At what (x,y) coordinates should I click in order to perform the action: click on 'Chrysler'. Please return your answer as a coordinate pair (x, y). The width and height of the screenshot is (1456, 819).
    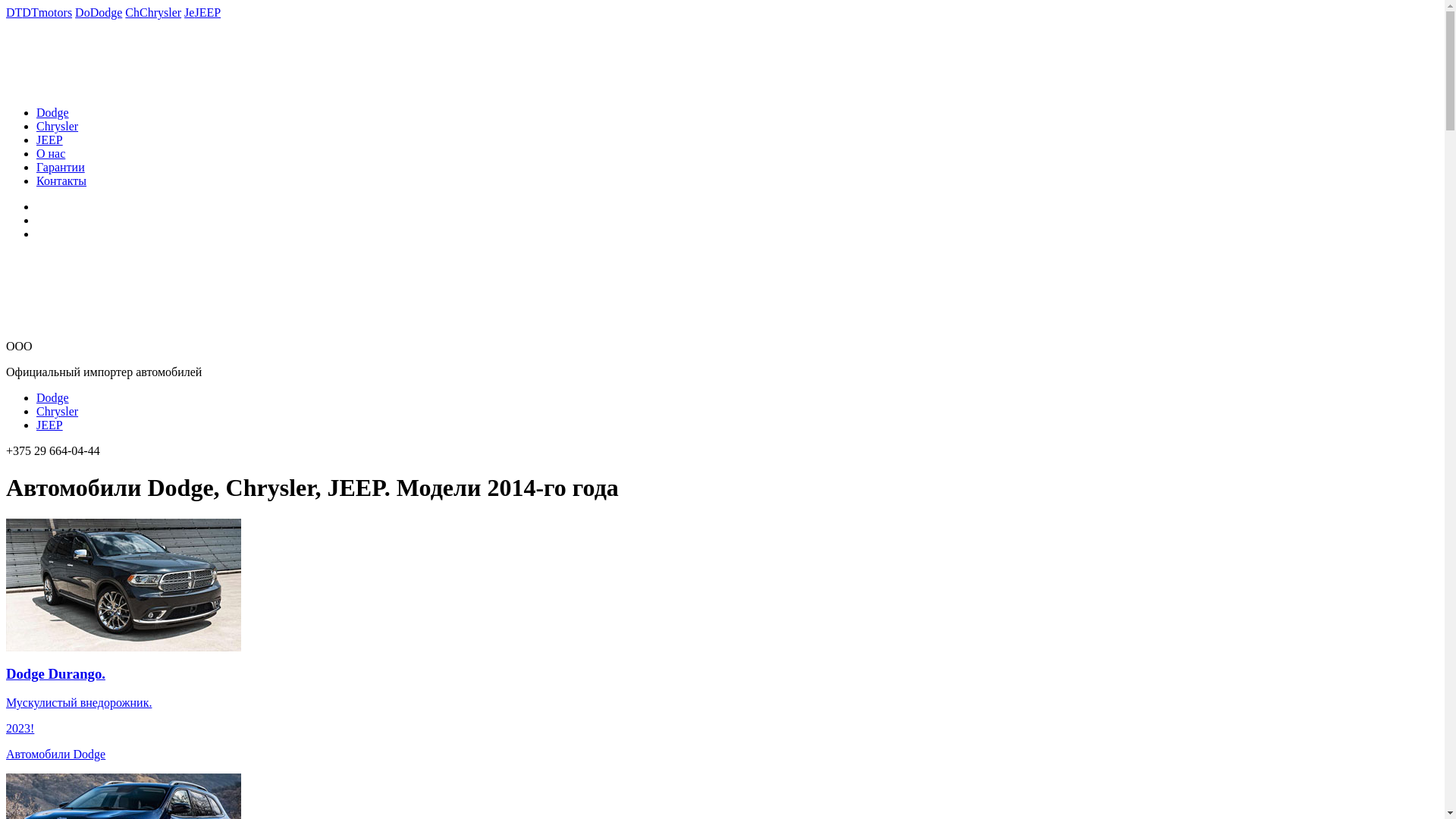
    Looking at the image, I should click on (57, 411).